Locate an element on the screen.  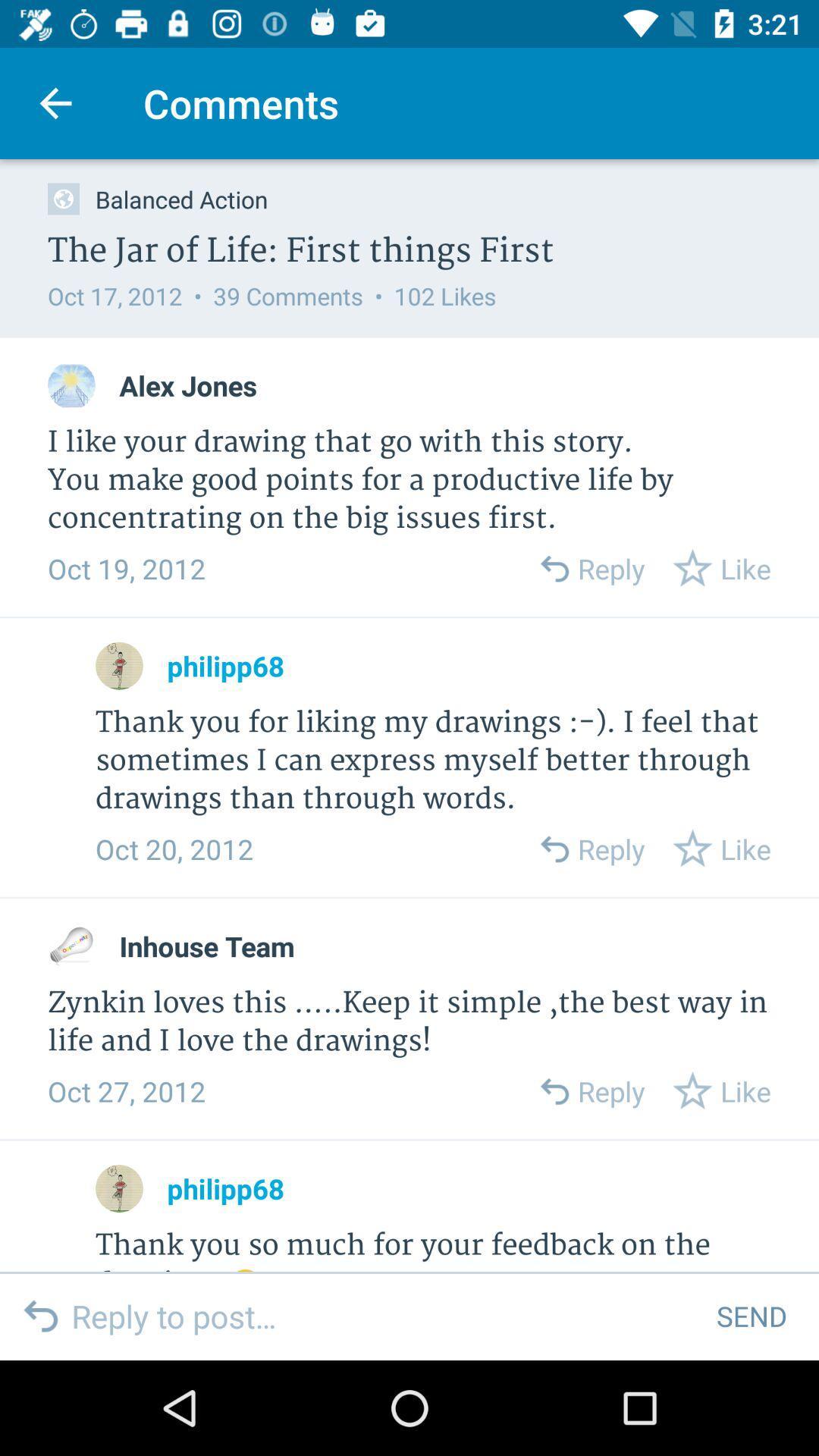
the item below oct 20, 2012 item is located at coordinates (207, 946).